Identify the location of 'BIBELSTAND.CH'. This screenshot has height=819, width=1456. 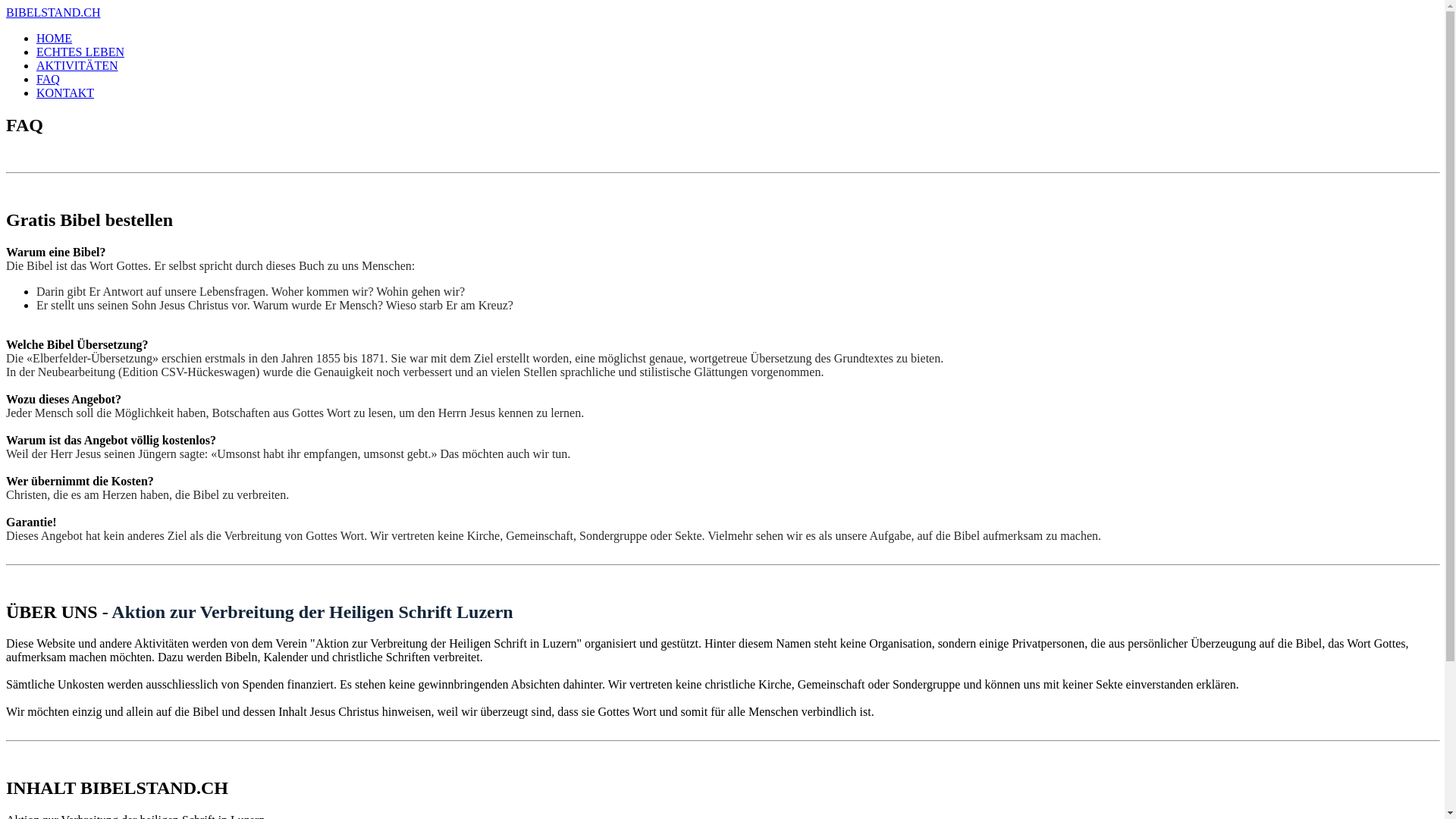
(53, 12).